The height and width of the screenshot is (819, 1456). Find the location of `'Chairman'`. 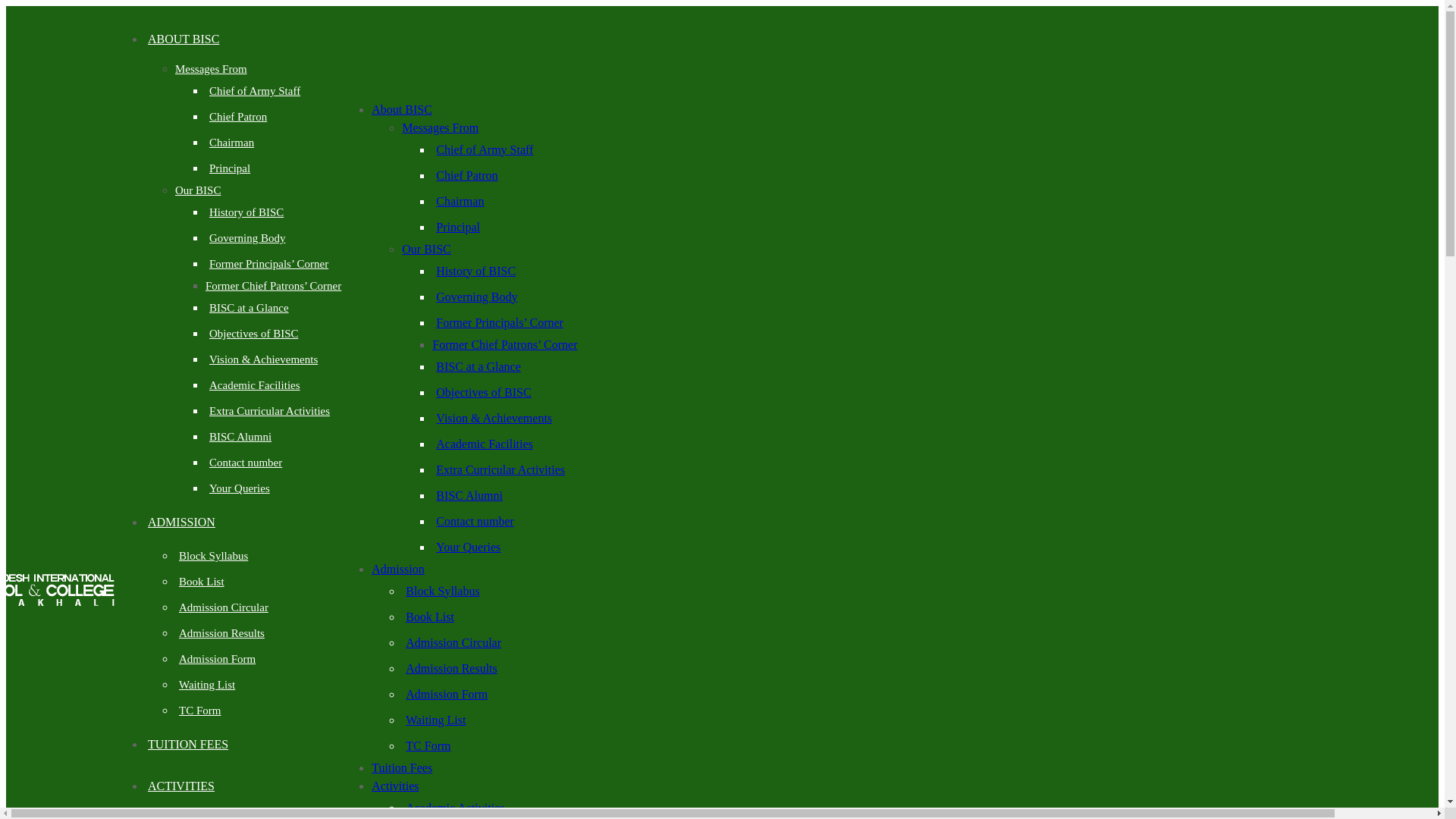

'Chairman' is located at coordinates (231, 143).